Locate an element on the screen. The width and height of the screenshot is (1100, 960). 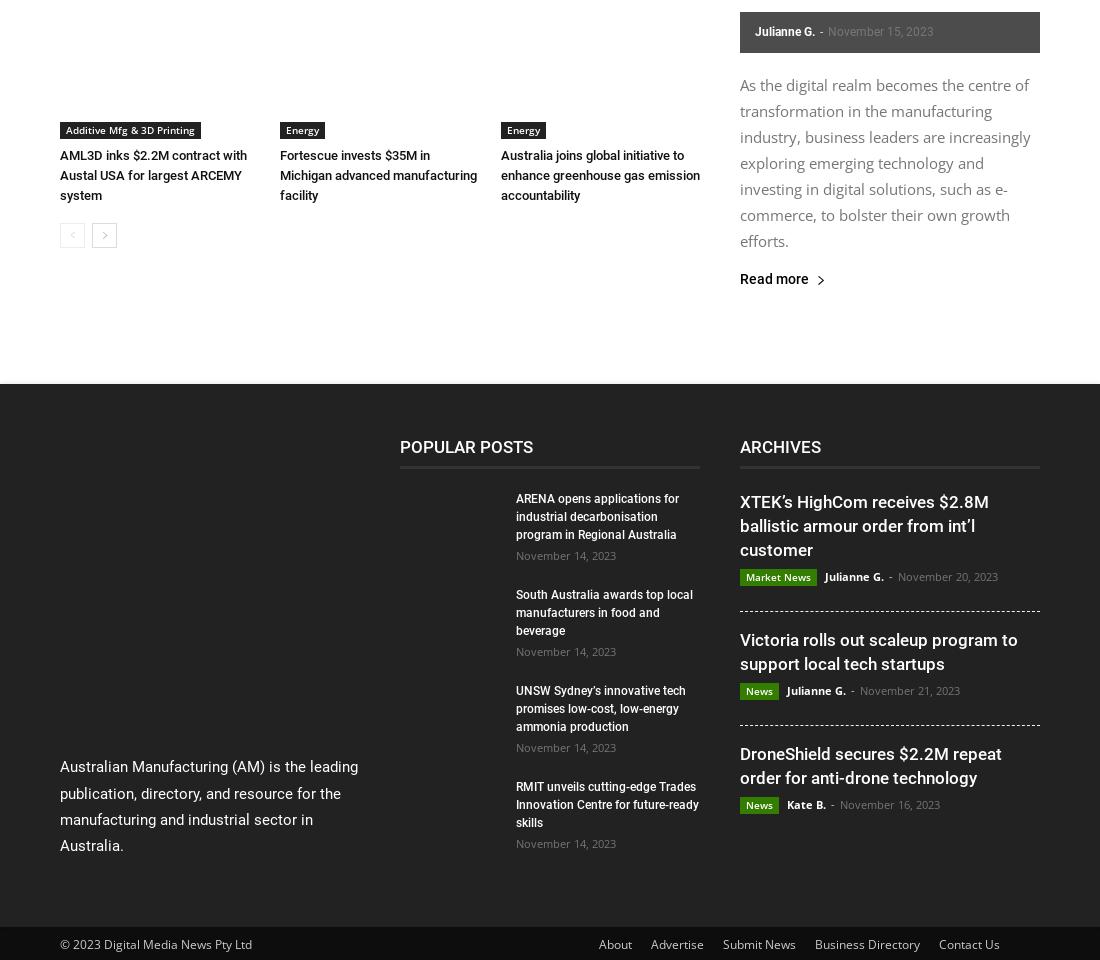
'RMIT unveils cutting-edge Trades Innovation Centre for future-ready skills' is located at coordinates (516, 804).